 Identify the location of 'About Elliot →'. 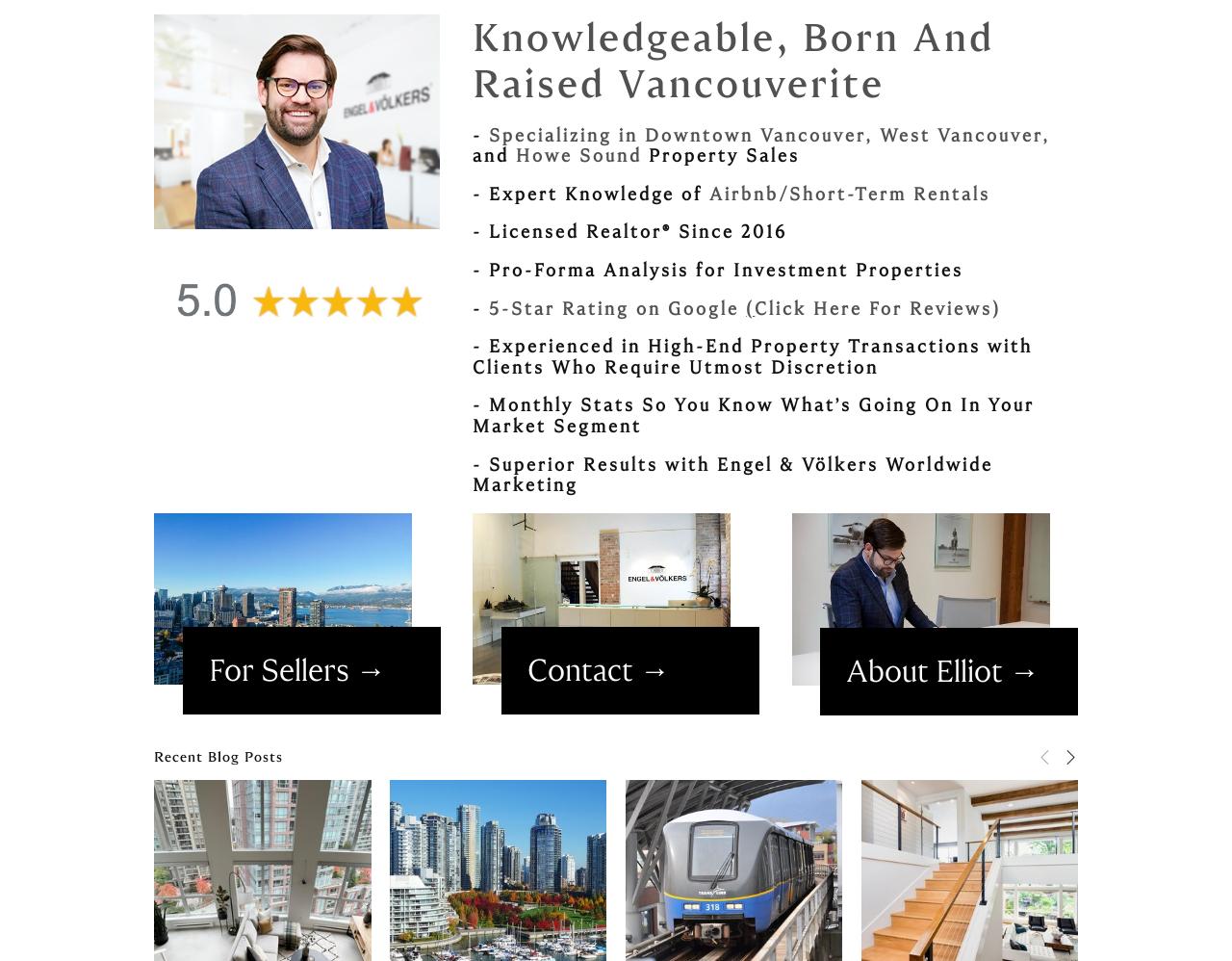
(942, 669).